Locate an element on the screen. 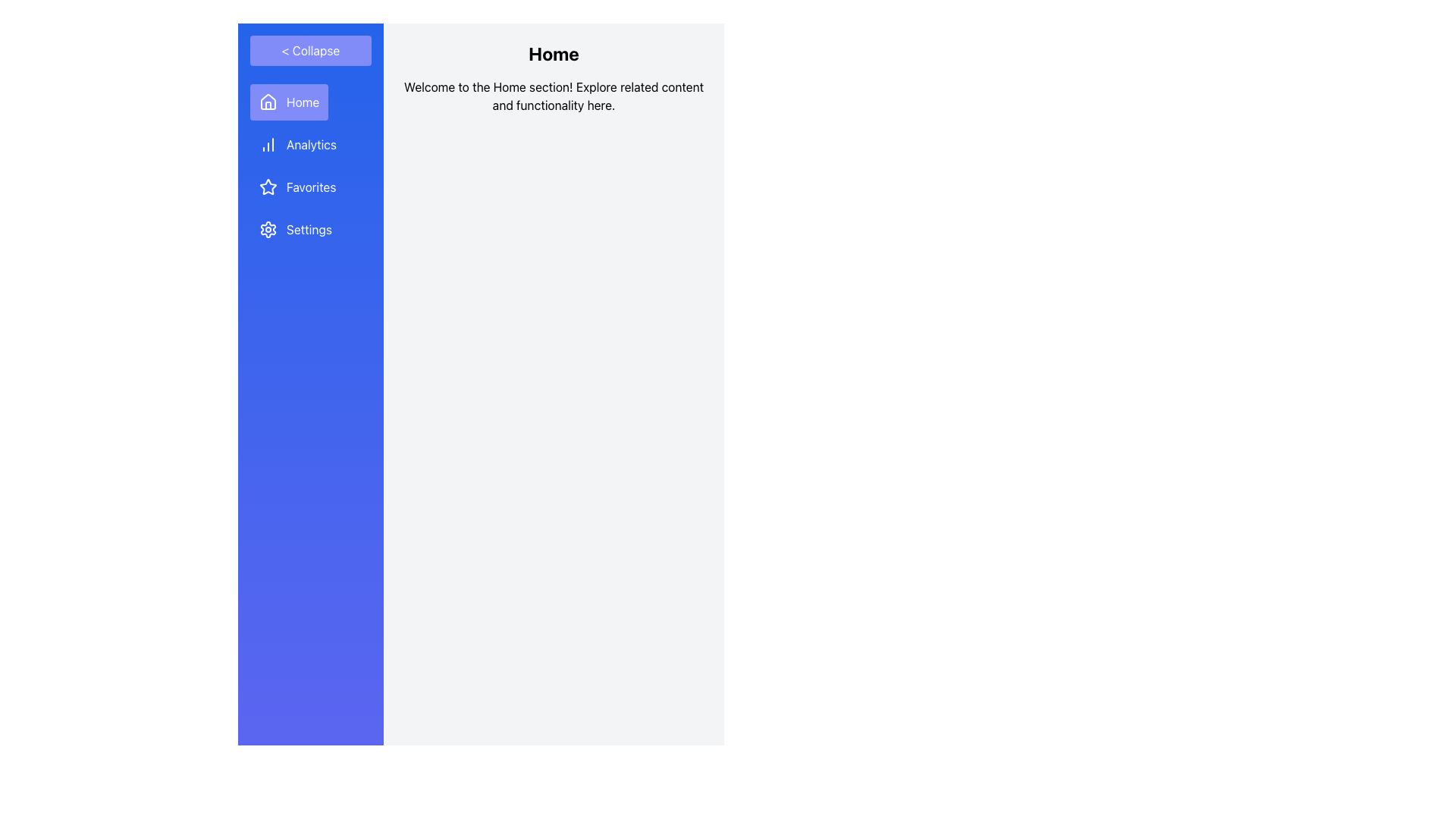 The height and width of the screenshot is (819, 1456). the 'Home' navigation button in the sidebar, which has a purple background, rounded corners, and displays a white house icon followed by the text 'Home' is located at coordinates (289, 102).